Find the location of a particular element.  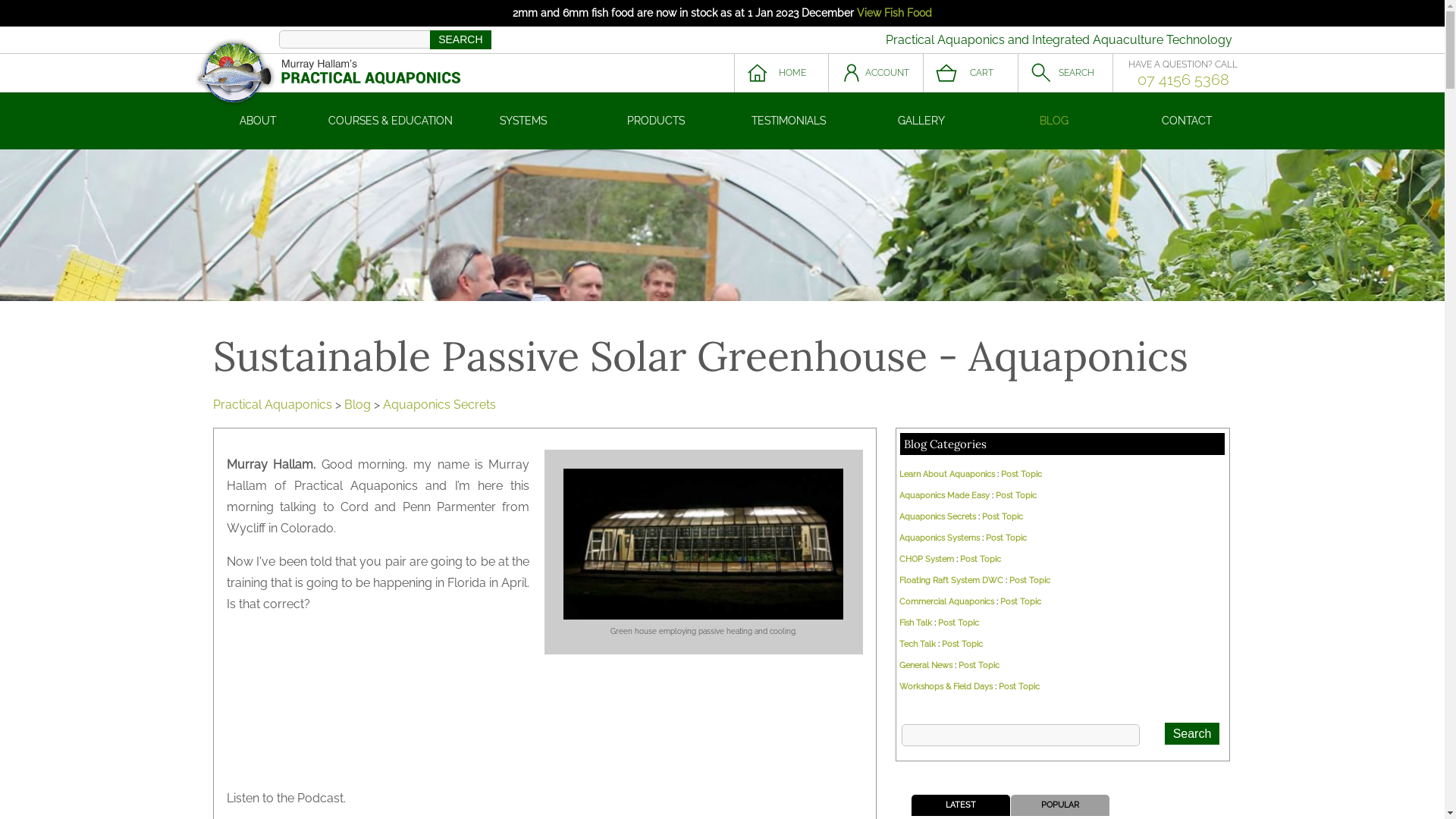

'Commercial Aquaponics' is located at coordinates (899, 601).